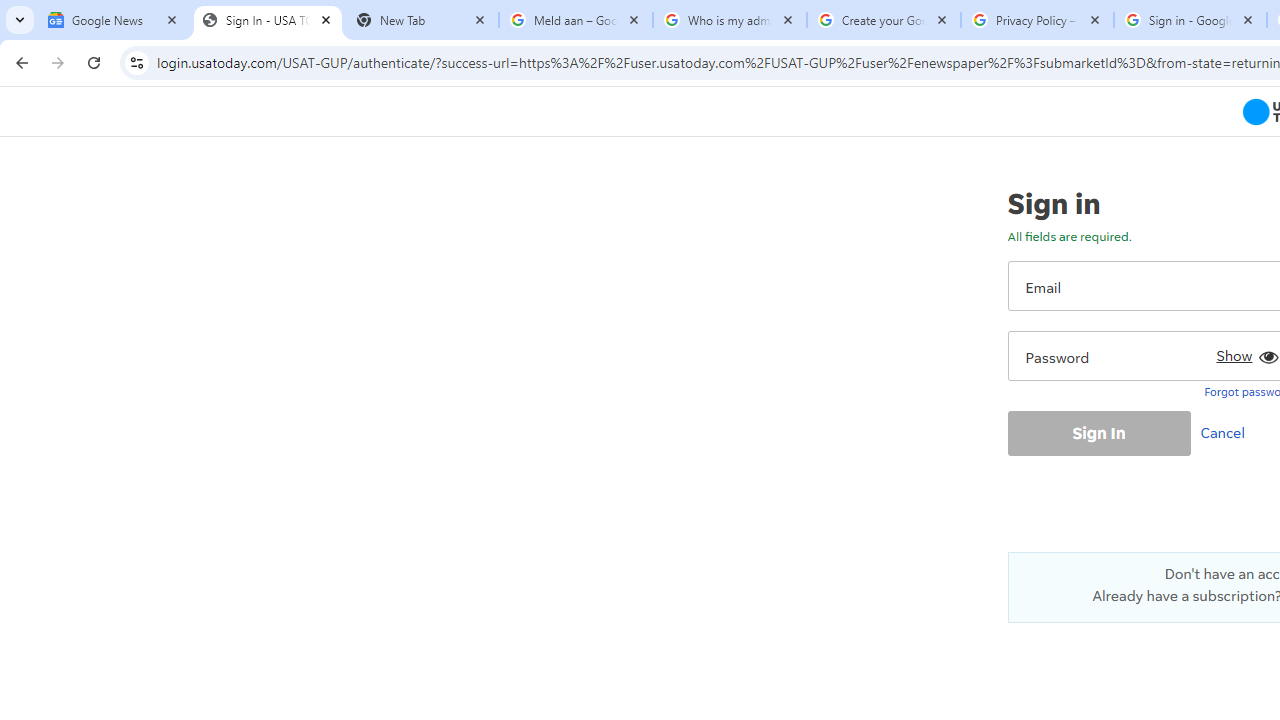 This screenshot has height=720, width=1280. Describe the element at coordinates (1226, 431) in the screenshot. I see `'Cancel'` at that location.